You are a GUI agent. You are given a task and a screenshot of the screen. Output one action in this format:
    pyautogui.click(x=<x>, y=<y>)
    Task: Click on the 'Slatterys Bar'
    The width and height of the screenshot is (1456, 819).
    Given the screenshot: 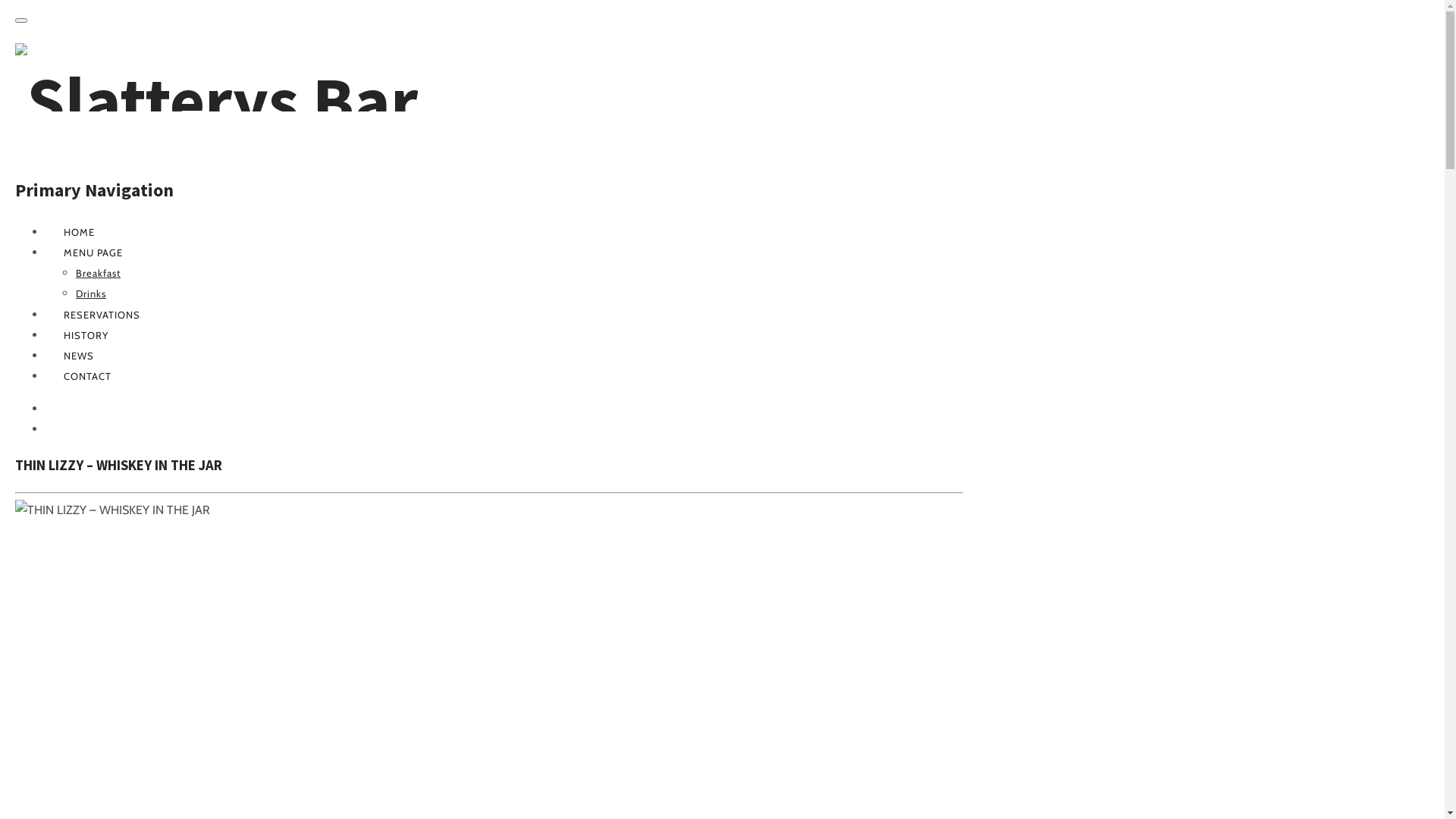 What is the action you would take?
    pyautogui.click(x=14, y=100)
    